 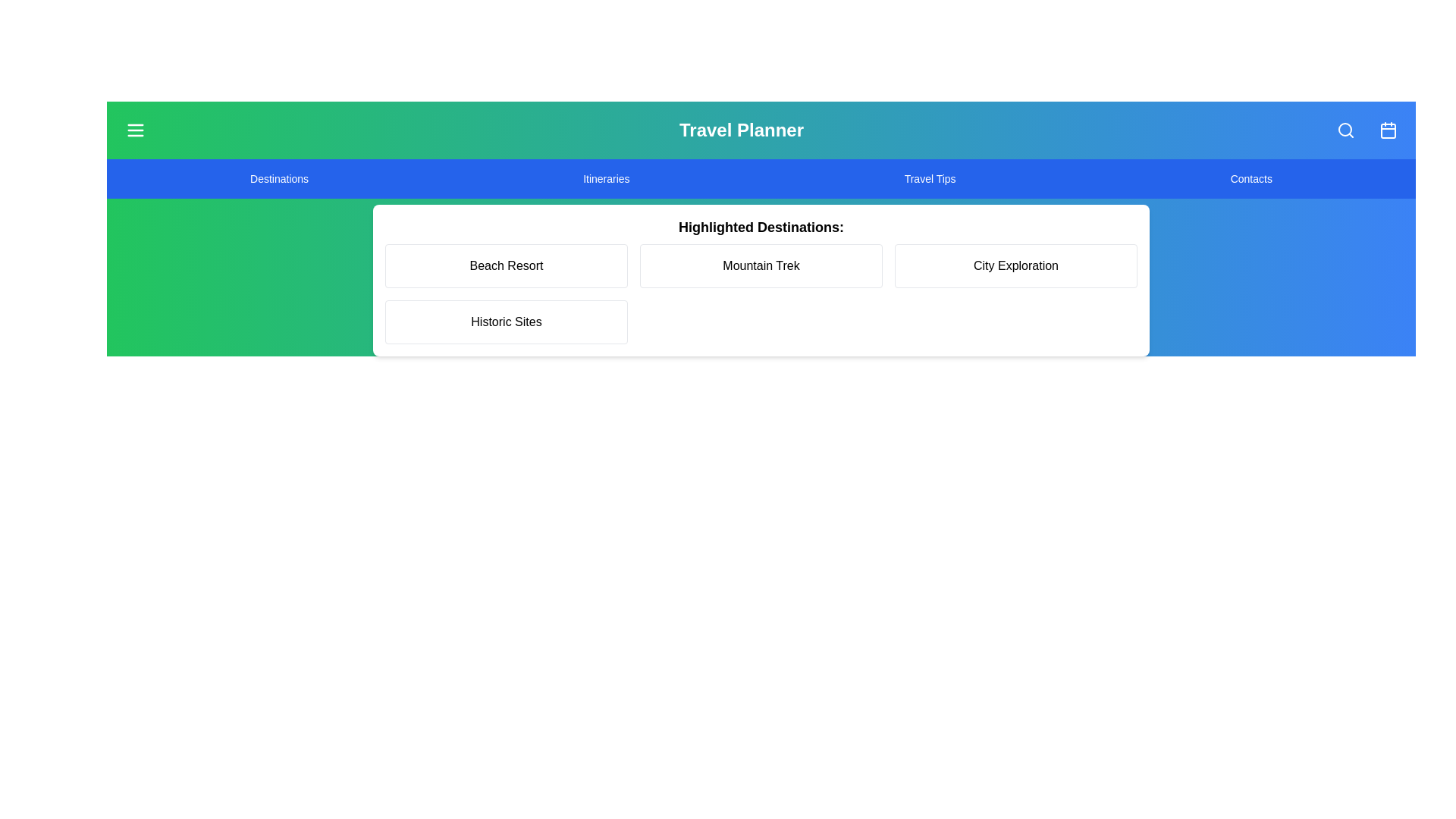 What do you see at coordinates (135, 130) in the screenshot?
I see `the menu button to toggle the menu visibility` at bounding box center [135, 130].